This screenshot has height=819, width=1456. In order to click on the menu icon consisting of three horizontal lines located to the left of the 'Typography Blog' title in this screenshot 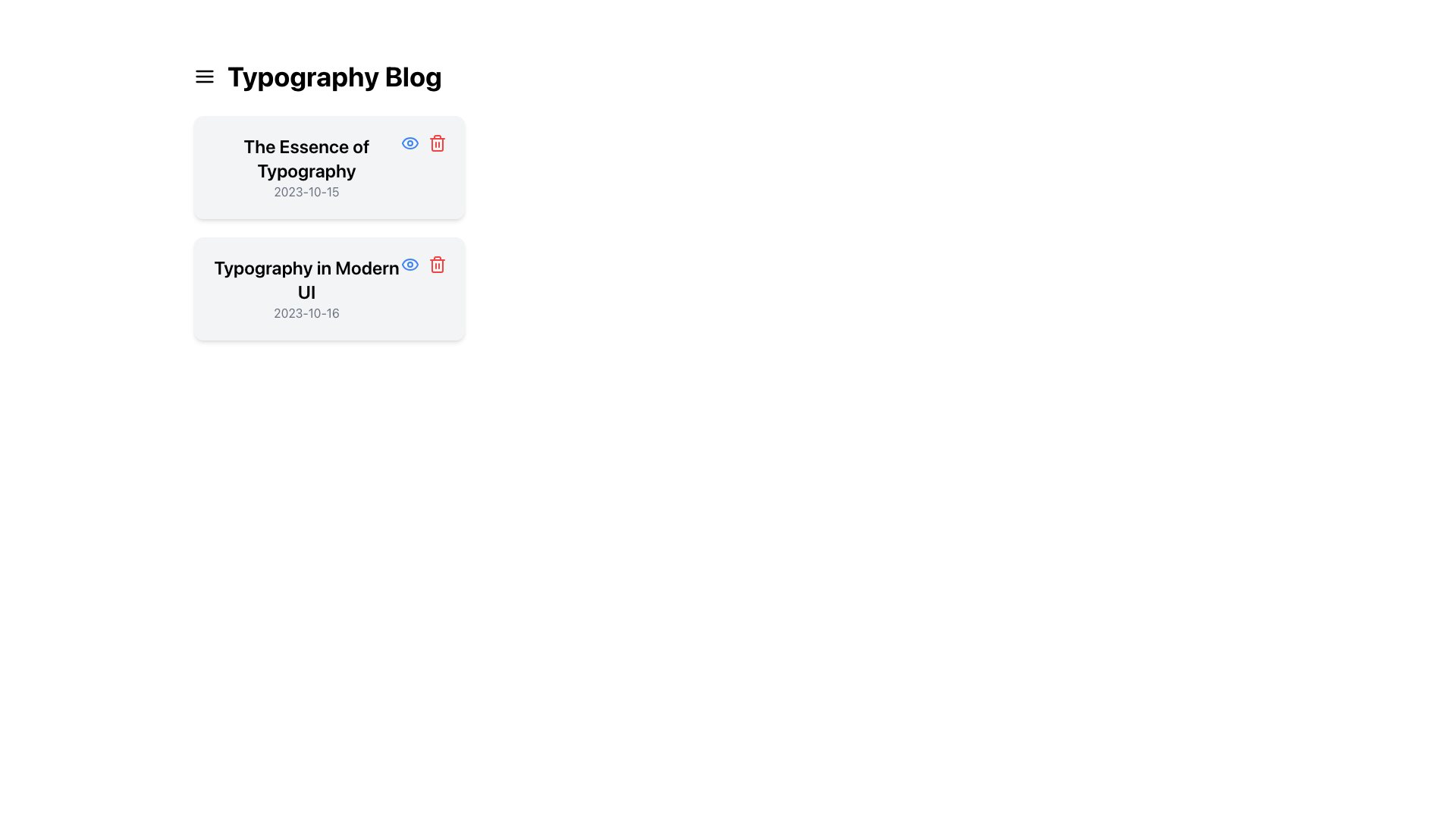, I will do `click(203, 76)`.